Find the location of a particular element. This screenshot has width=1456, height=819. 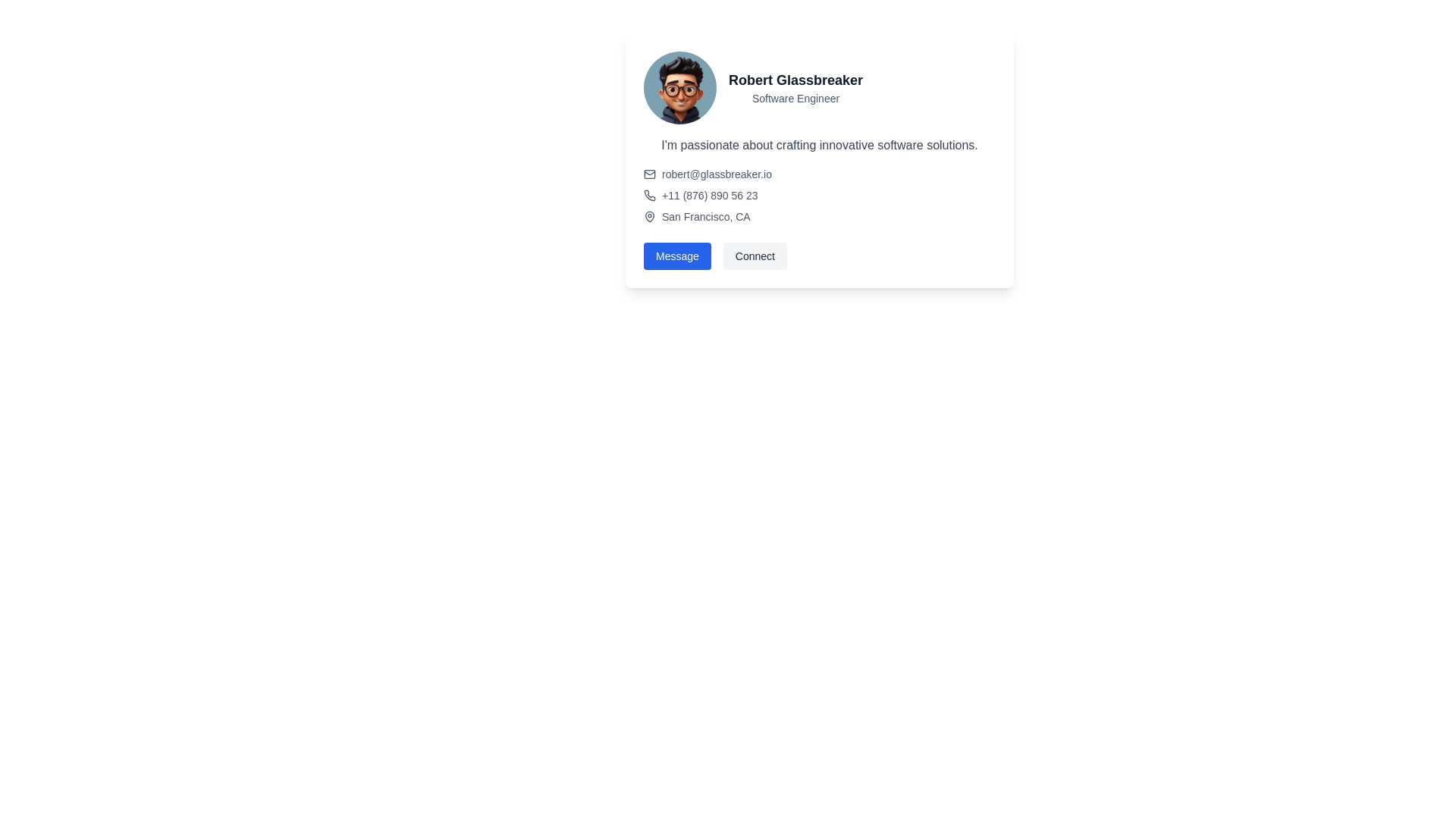

the clickable phone number link, which is styled as a hyperlink and located in the profile details section, to initiate a phone call is located at coordinates (818, 195).